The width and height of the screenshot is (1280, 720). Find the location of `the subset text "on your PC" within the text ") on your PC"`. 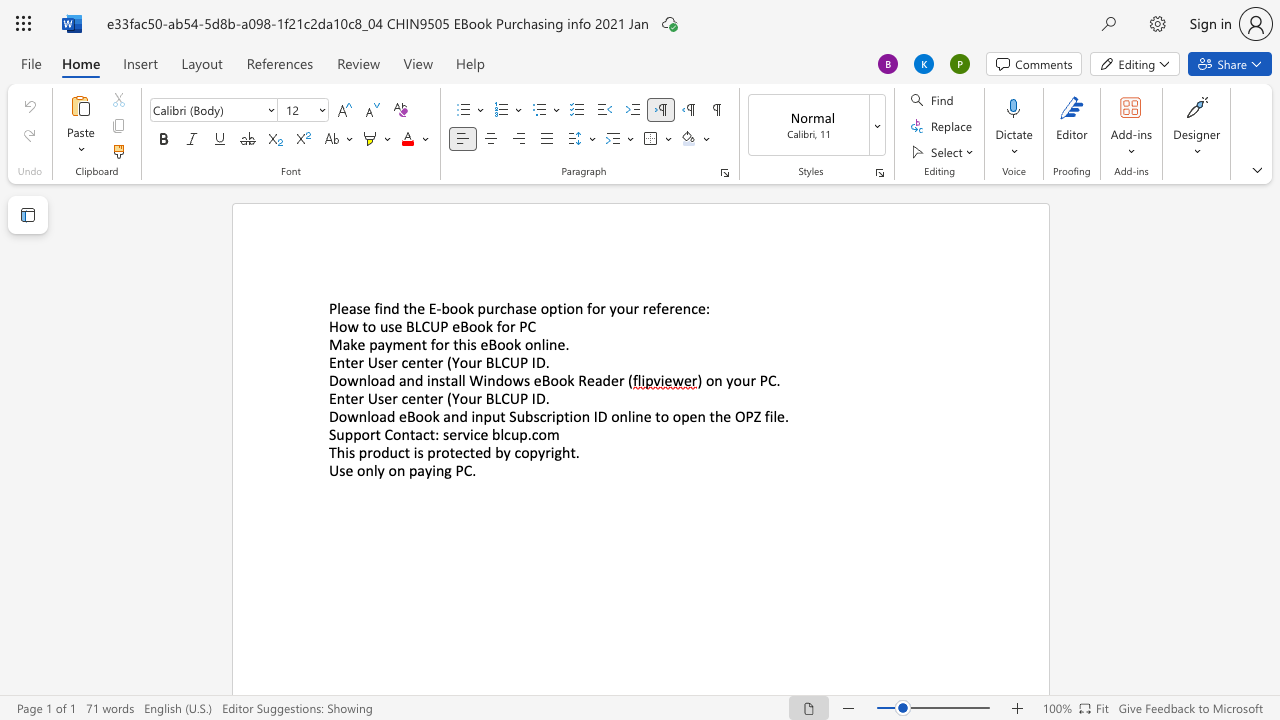

the subset text "on your PC" within the text ") on your PC" is located at coordinates (705, 380).